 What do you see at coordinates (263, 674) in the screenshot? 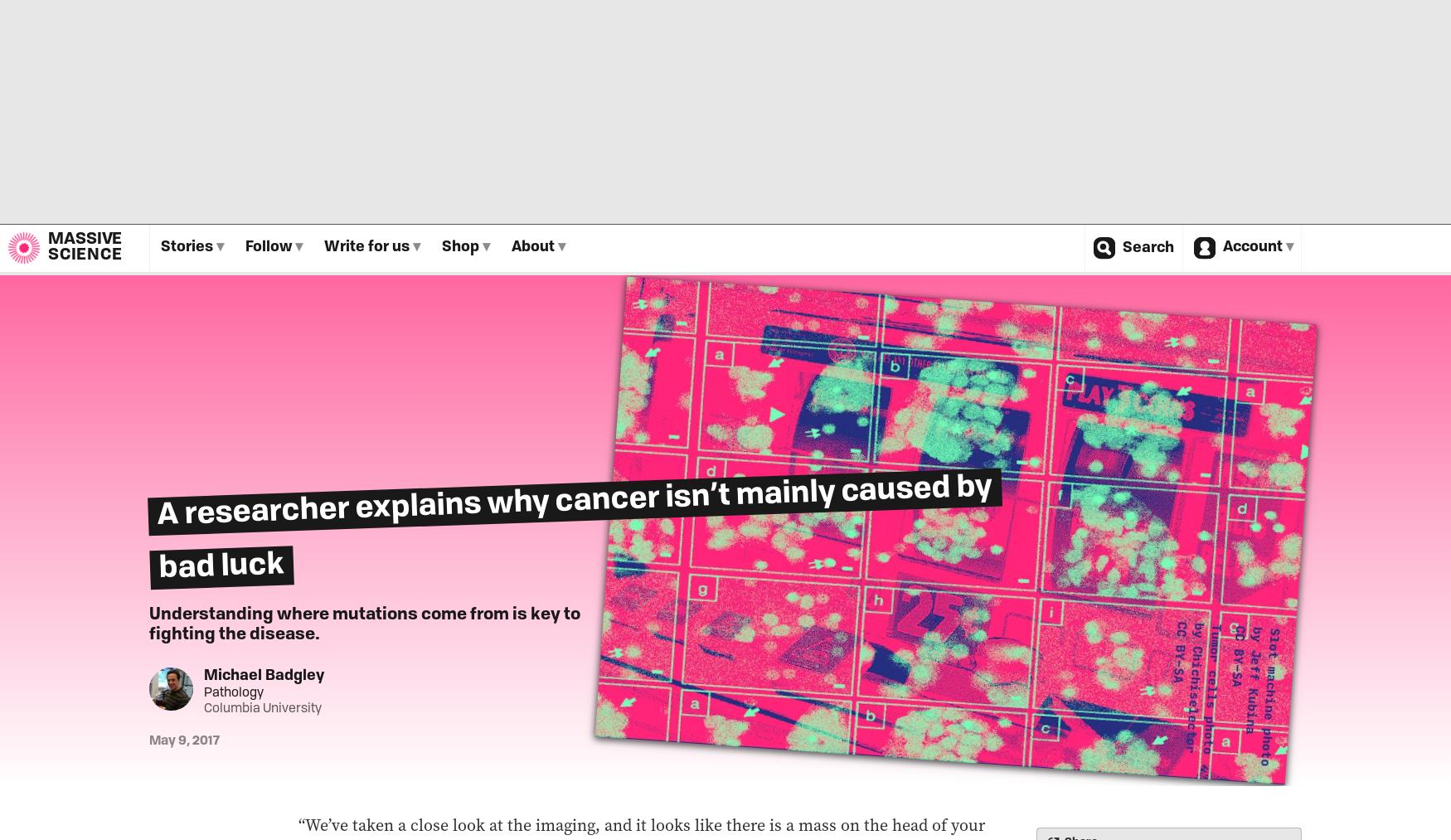
I see `'Michael Badgley'` at bounding box center [263, 674].